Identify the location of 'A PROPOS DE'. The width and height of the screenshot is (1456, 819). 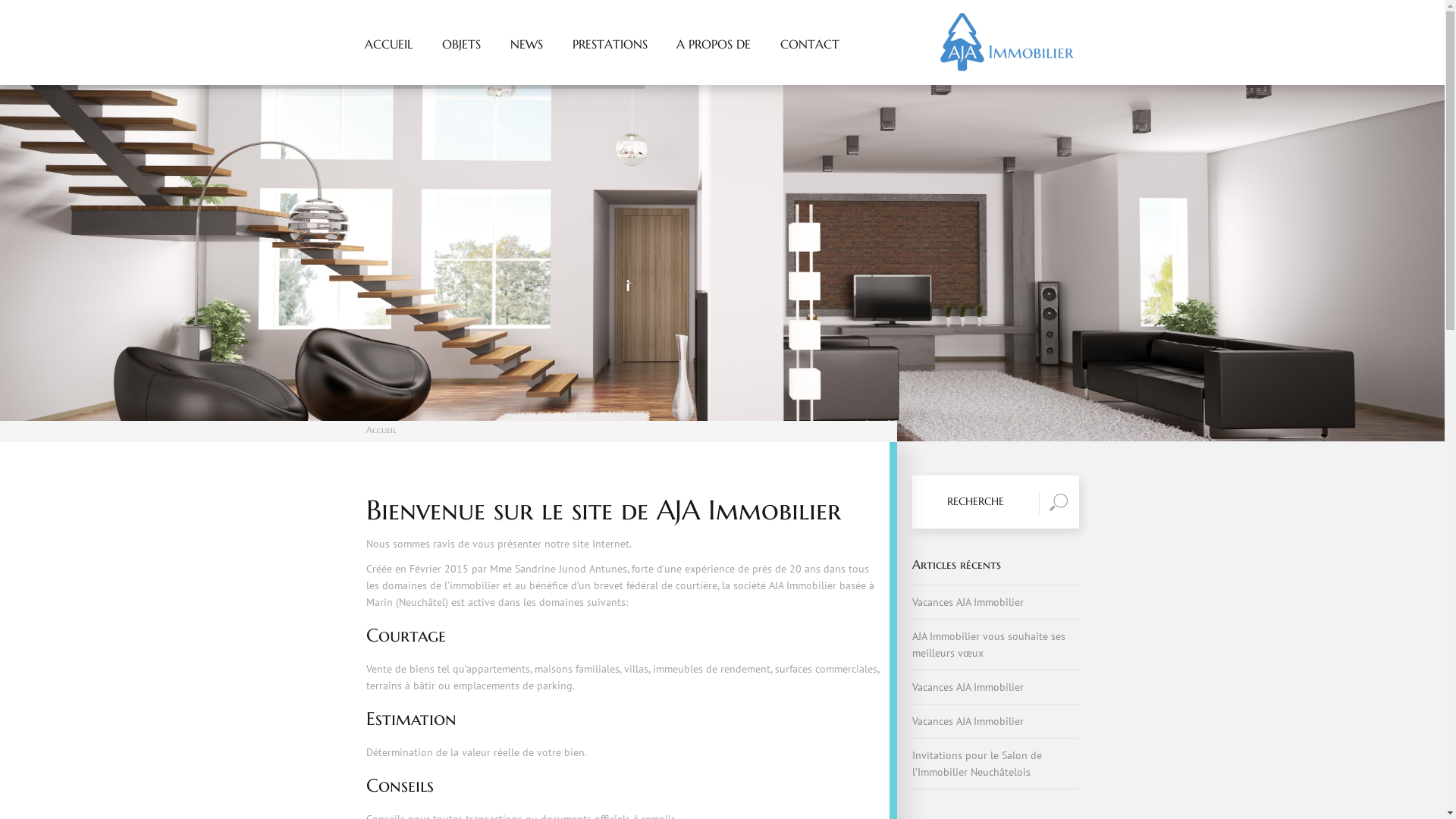
(713, 61).